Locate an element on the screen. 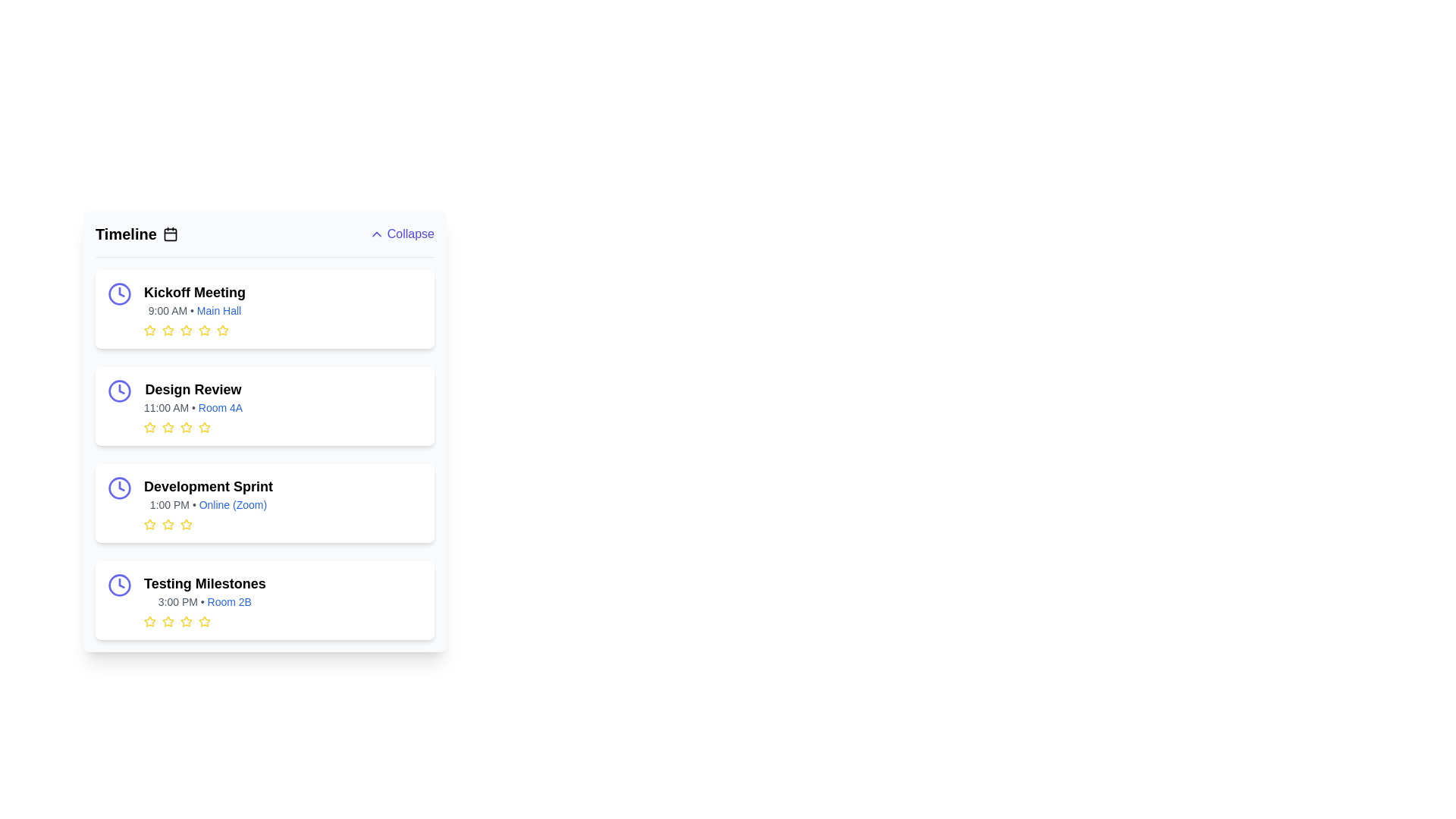  the fourth star-shaped rating icon with a yellowish-orange outline in the 'Testing Milestones' section is located at coordinates (185, 622).